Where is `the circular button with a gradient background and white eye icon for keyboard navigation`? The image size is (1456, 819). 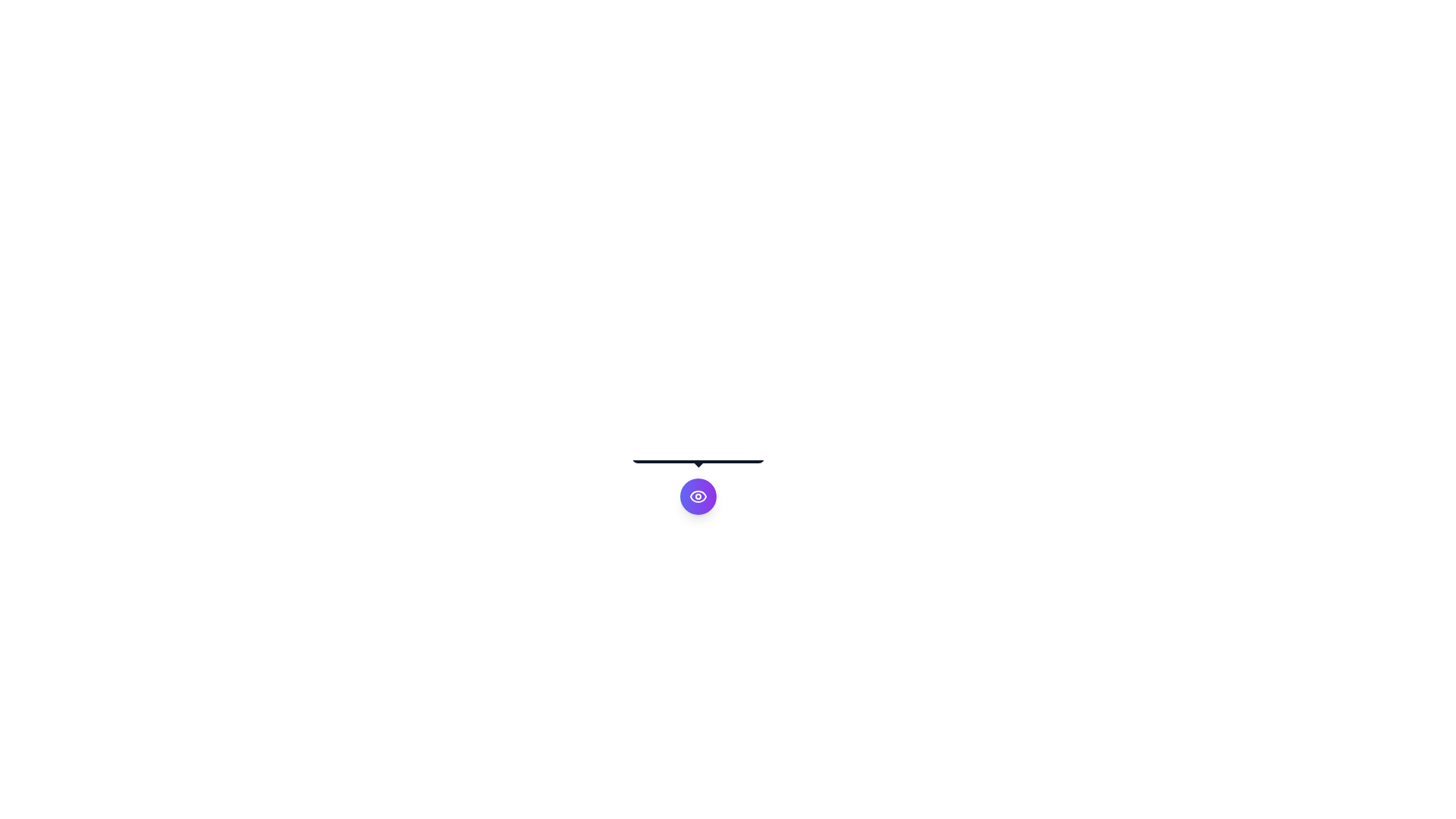
the circular button with a gradient background and white eye icon for keyboard navigation is located at coordinates (698, 497).